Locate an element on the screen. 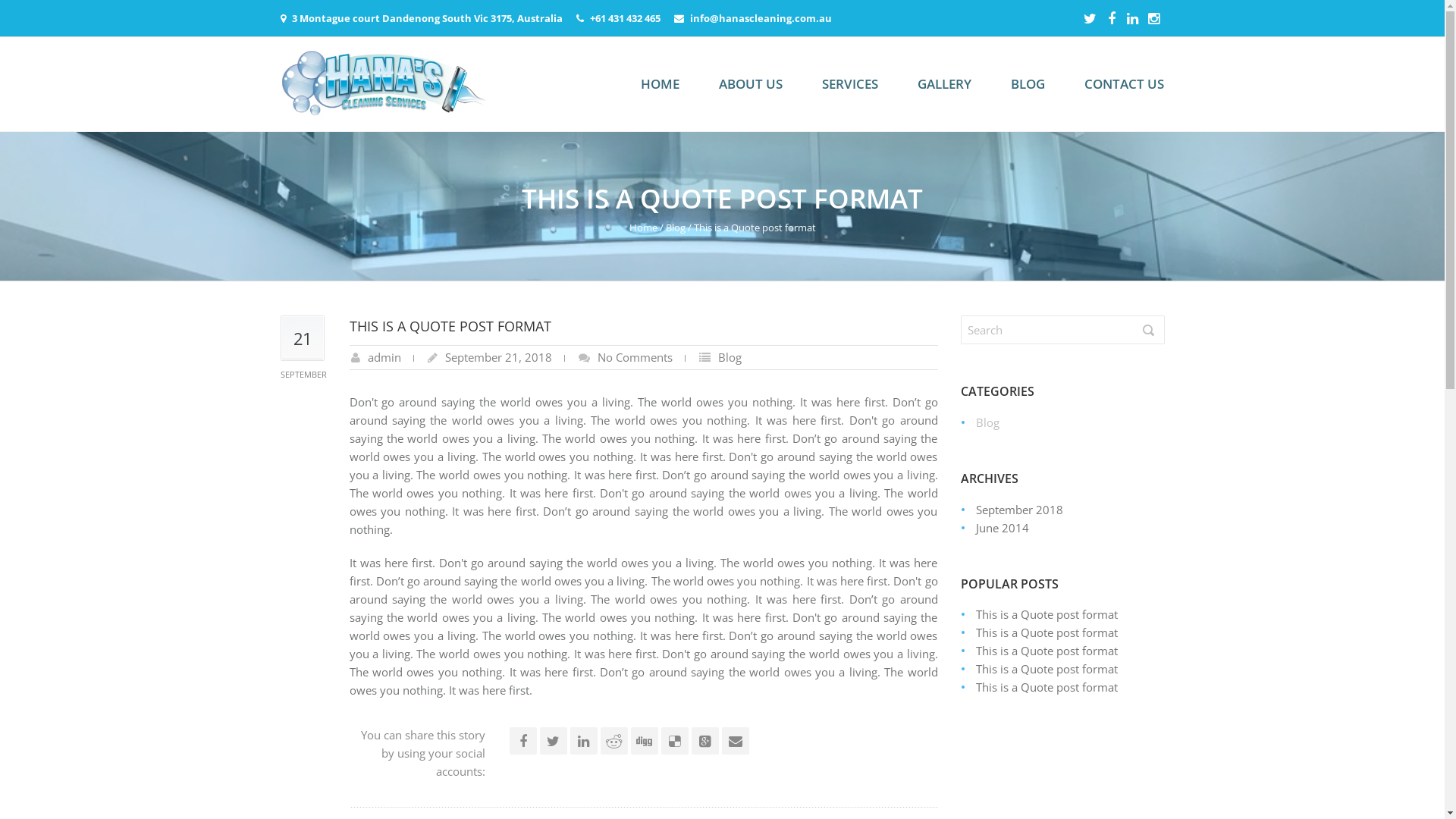  'ABOUT US' is located at coordinates (749, 83).